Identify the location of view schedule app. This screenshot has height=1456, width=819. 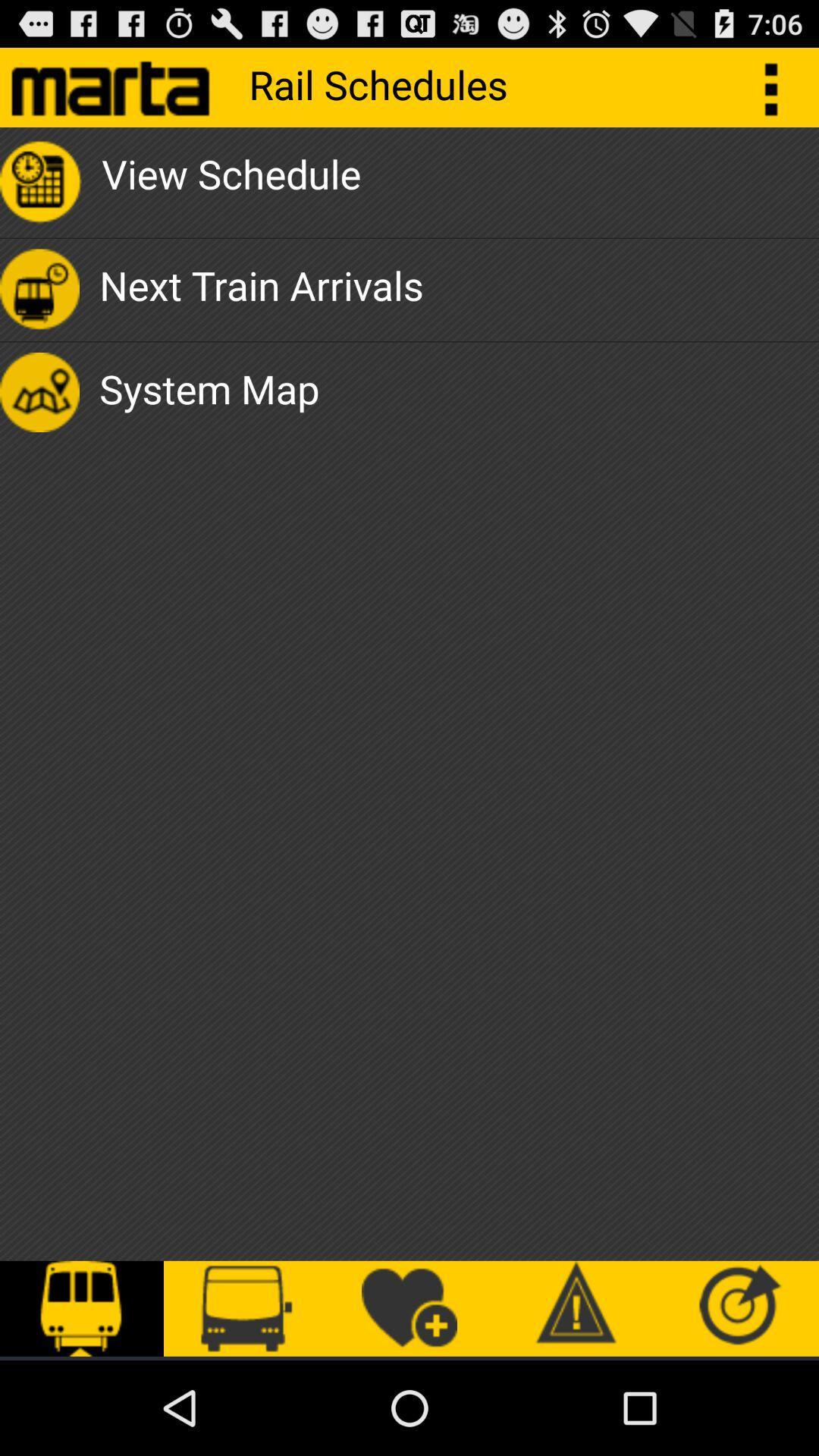
(231, 182).